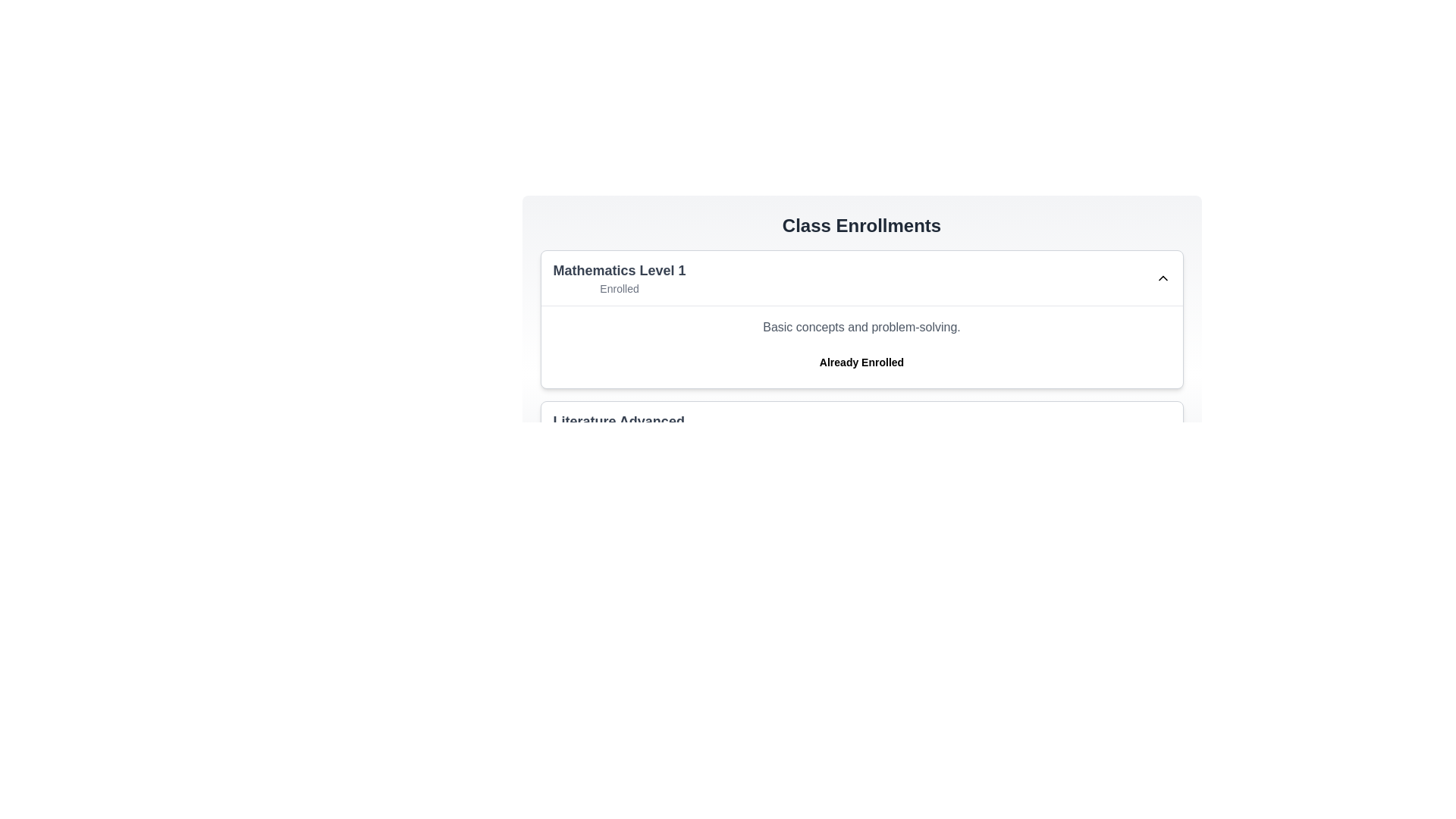  I want to click on the 'Already Enrolled' button, which is a rectangular button with bold black text on a light background, located below 'Basic concepts and problem-solving' in the 'Mathematics Level 1' enrollment card, so click(861, 362).